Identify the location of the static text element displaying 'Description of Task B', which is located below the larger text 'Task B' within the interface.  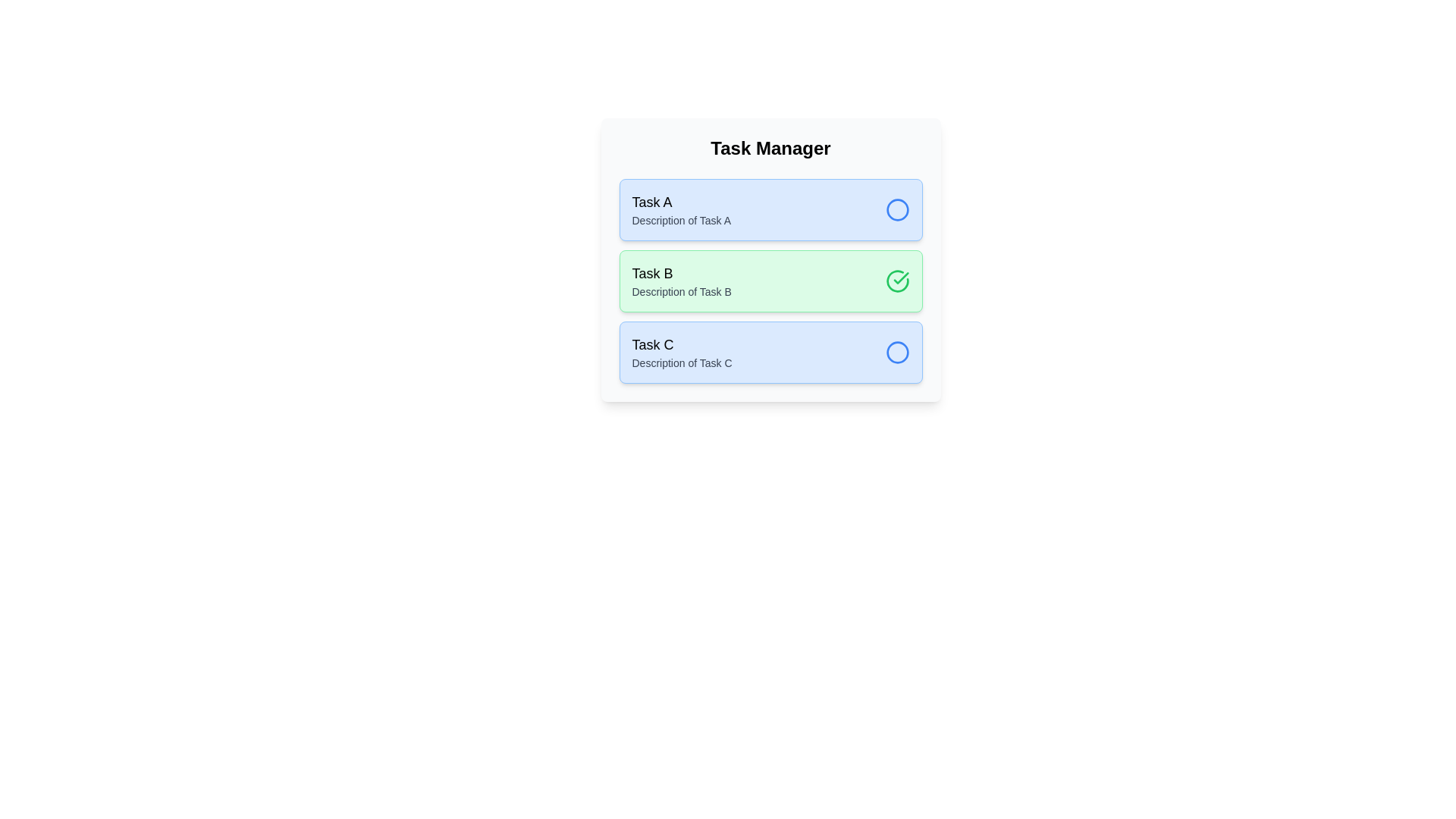
(681, 292).